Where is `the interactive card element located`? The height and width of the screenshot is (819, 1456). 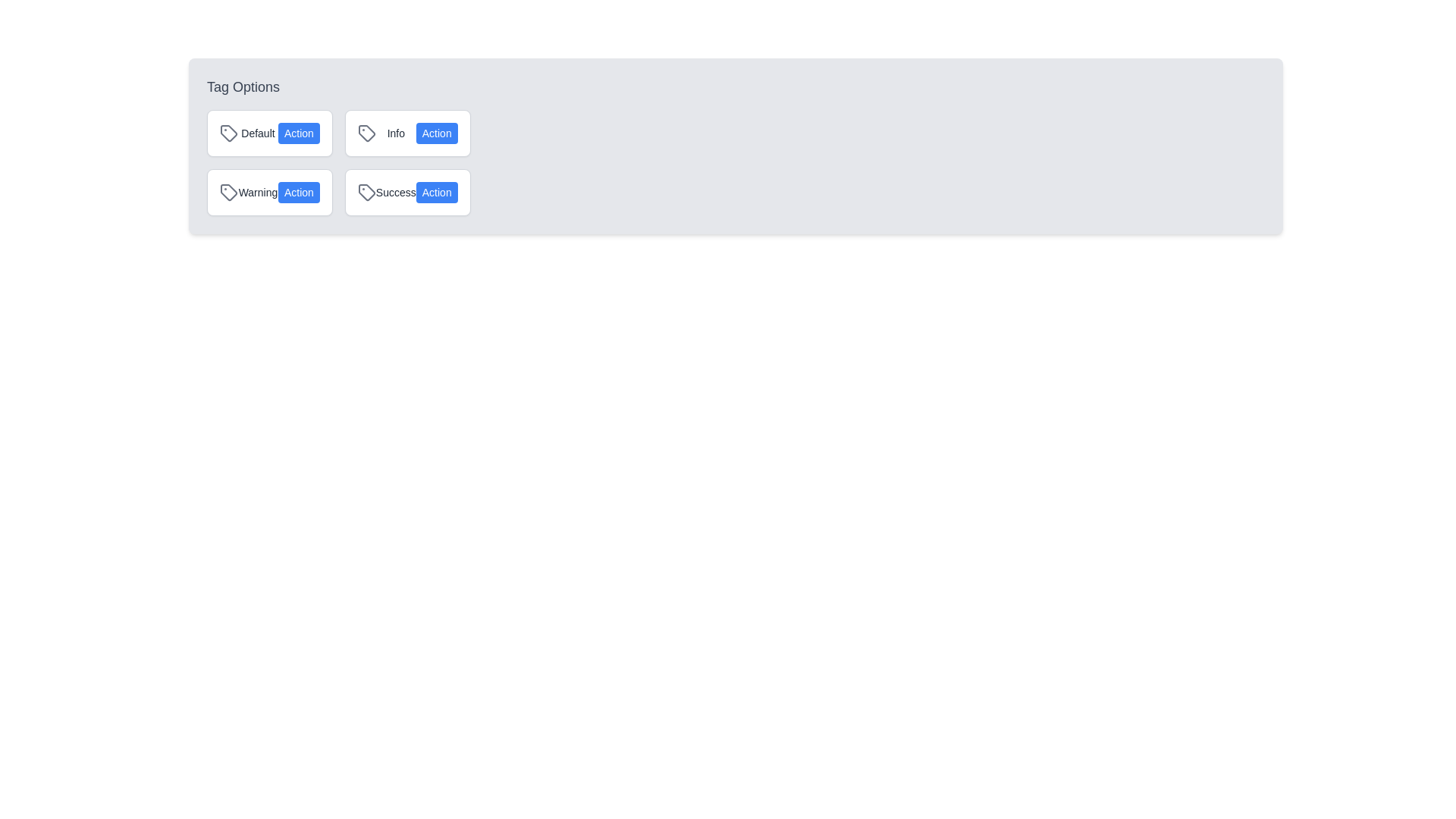 the interactive card element located is located at coordinates (269, 133).